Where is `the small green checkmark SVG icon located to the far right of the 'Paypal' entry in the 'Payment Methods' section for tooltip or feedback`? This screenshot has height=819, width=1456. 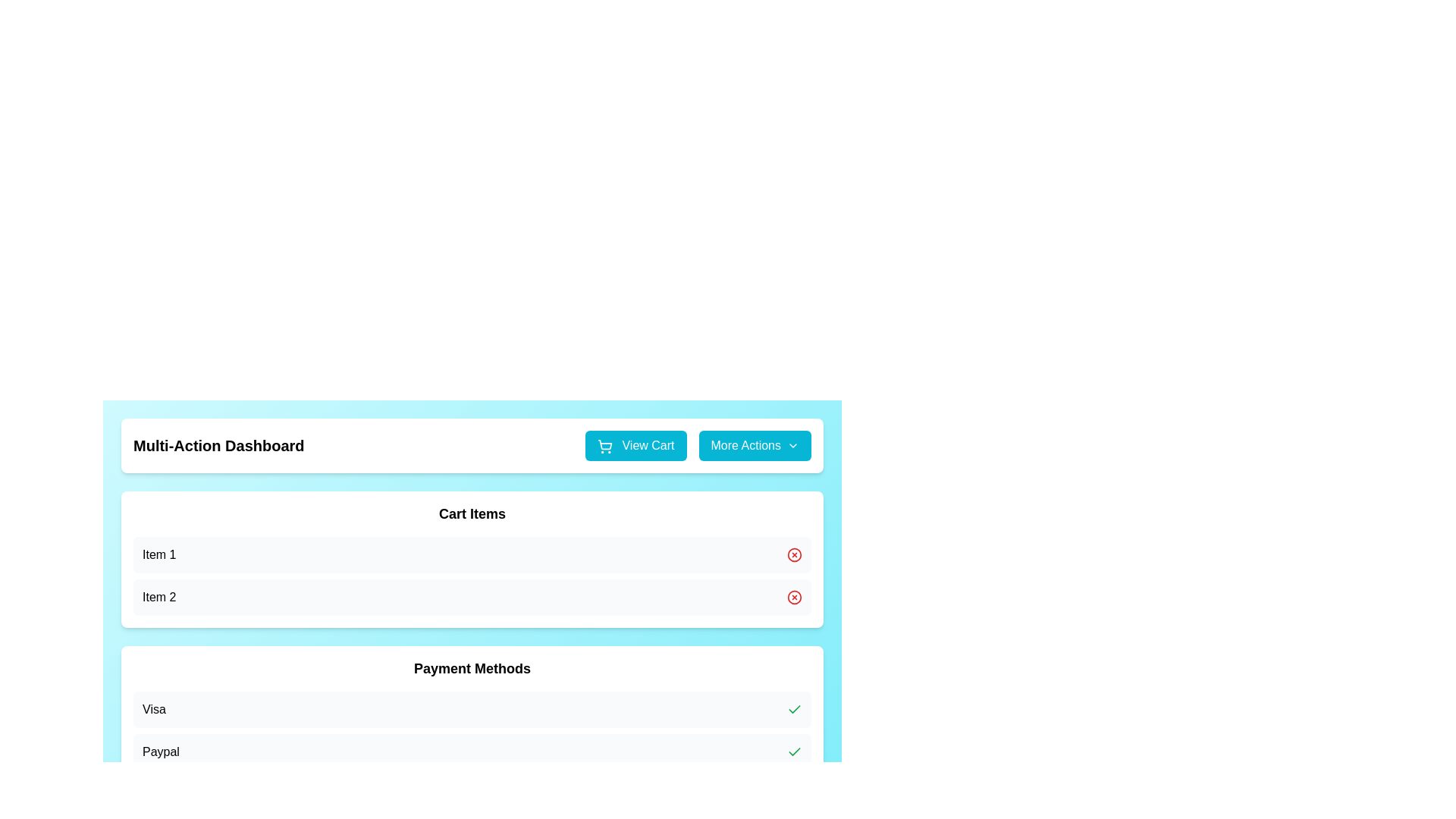
the small green checkmark SVG icon located to the far right of the 'Paypal' entry in the 'Payment Methods' section for tooltip or feedback is located at coordinates (793, 752).